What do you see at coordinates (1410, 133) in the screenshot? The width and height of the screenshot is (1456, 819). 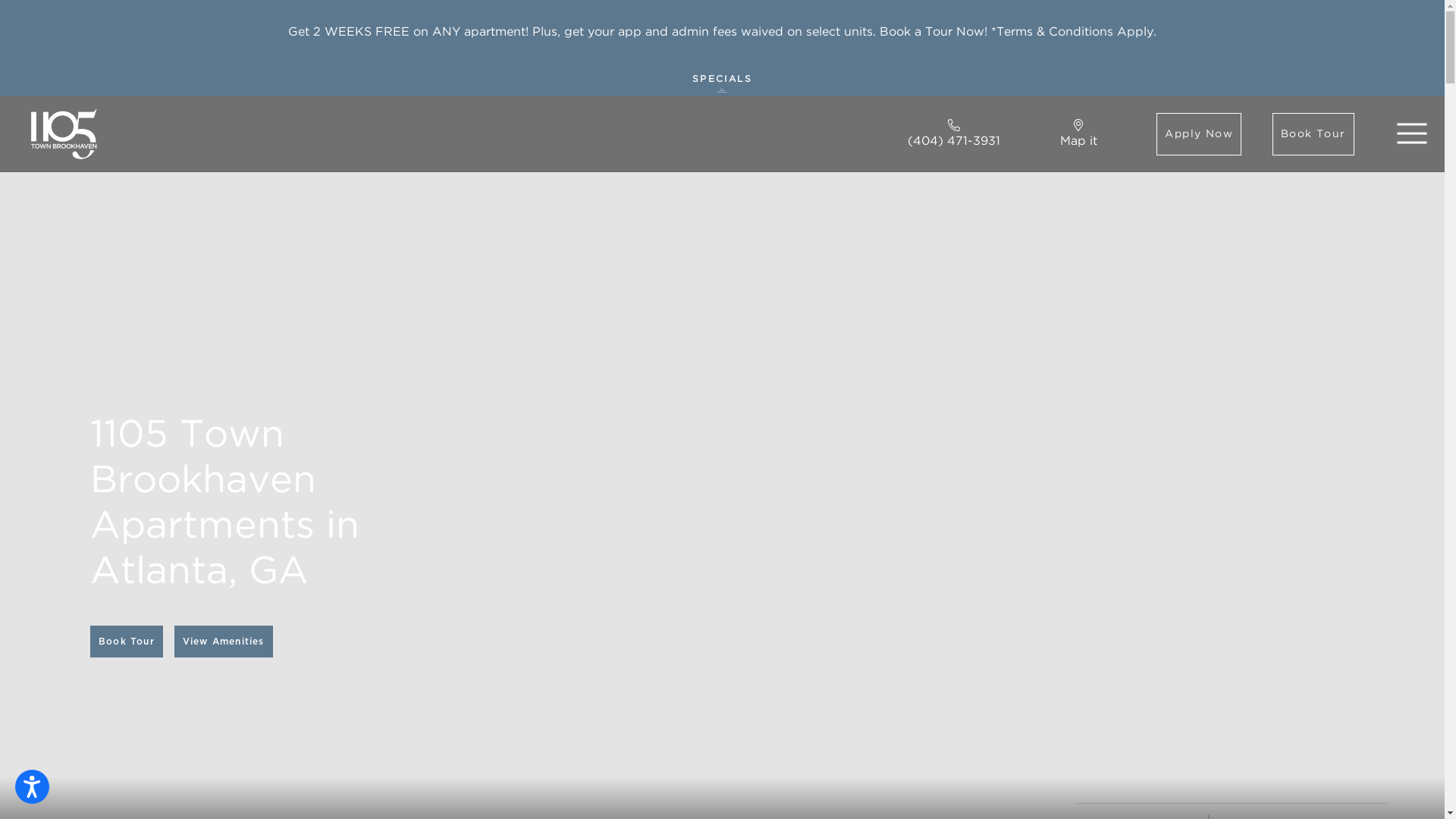 I see `'Open Menu'` at bounding box center [1410, 133].